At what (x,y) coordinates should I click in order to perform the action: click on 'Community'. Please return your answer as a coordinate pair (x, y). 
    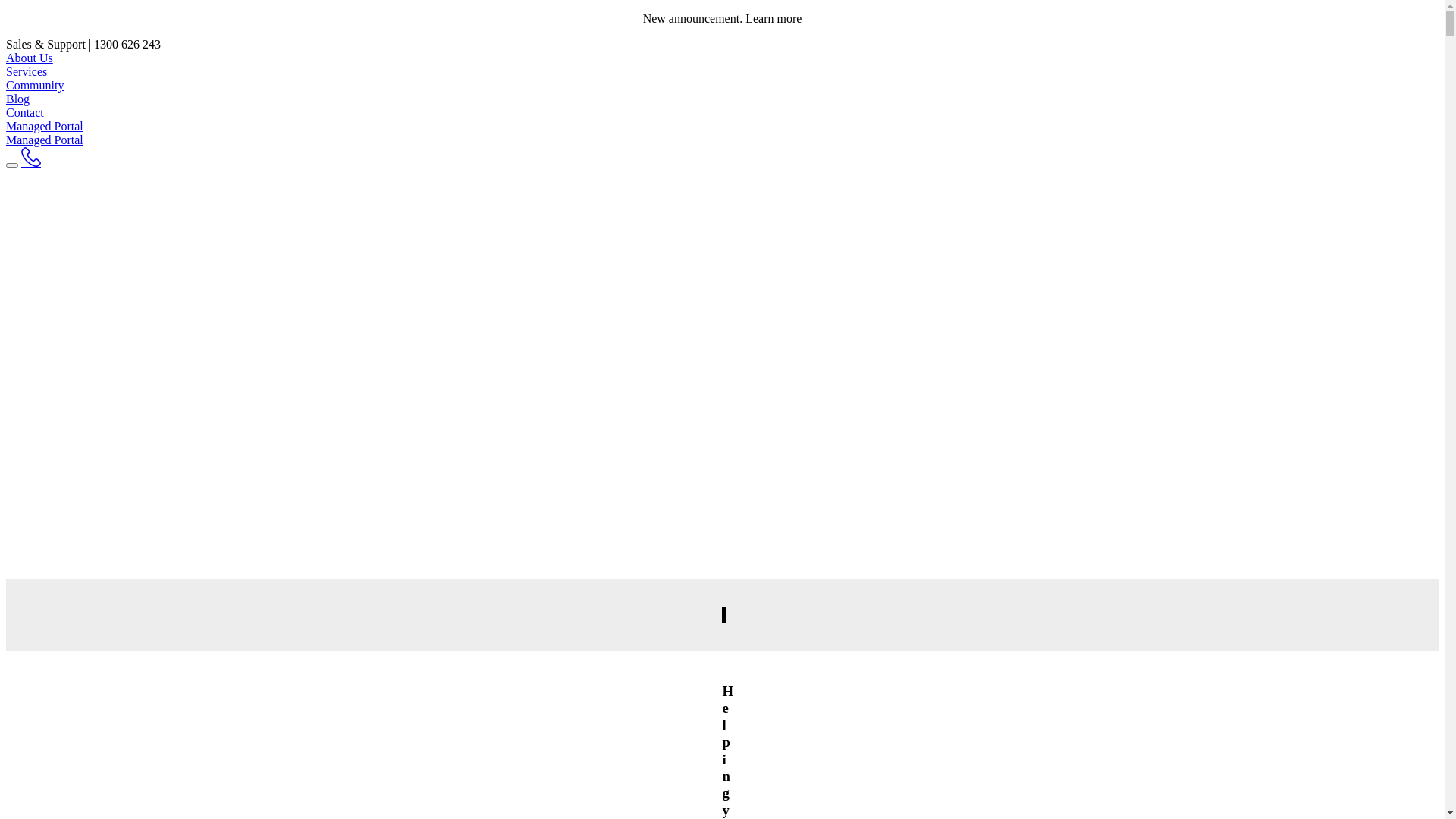
    Looking at the image, I should click on (35, 85).